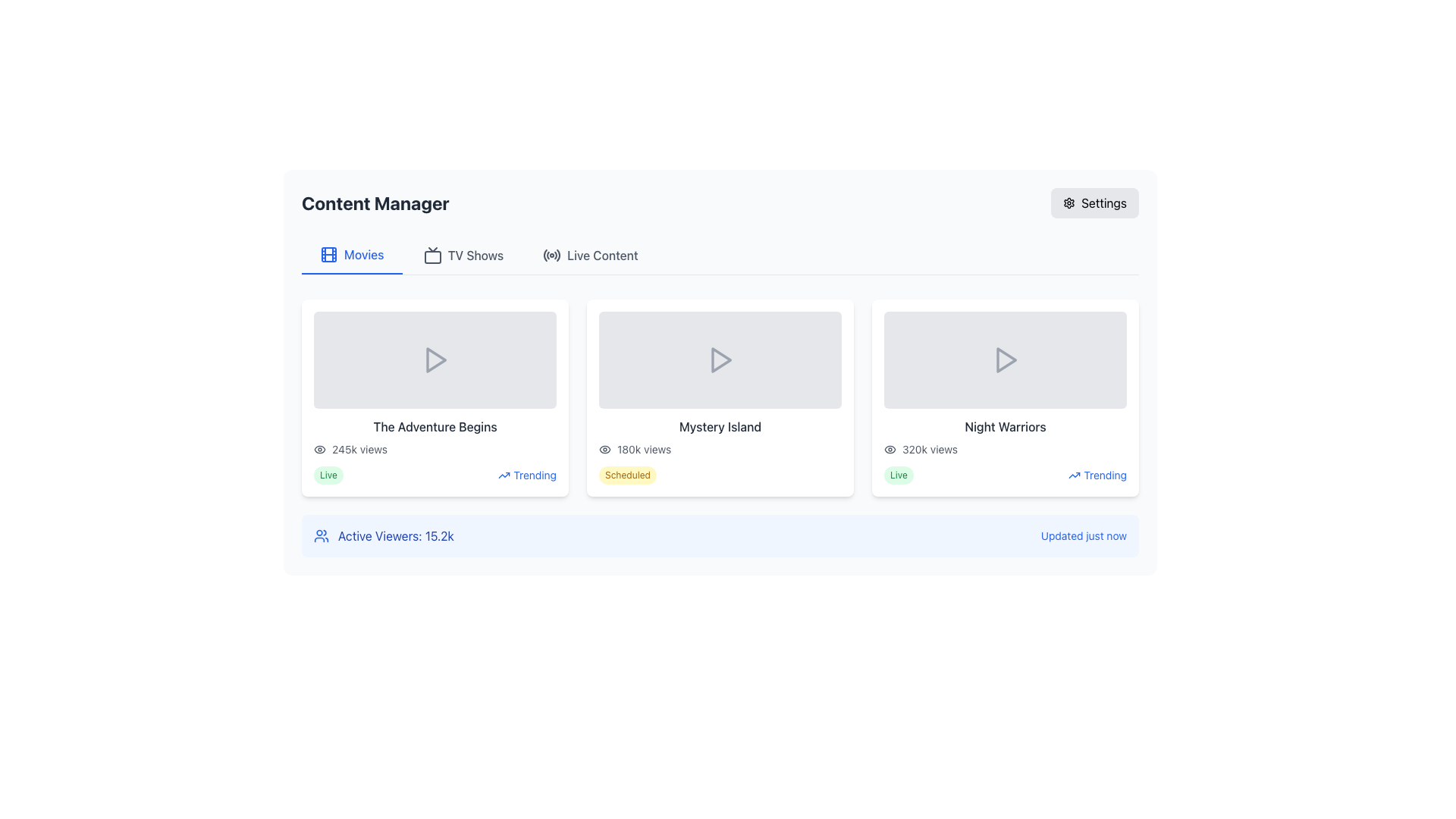 The width and height of the screenshot is (1456, 819). I want to click on the left-most card in the horizontal grid layout under the 'Movies' tab, so click(435, 397).